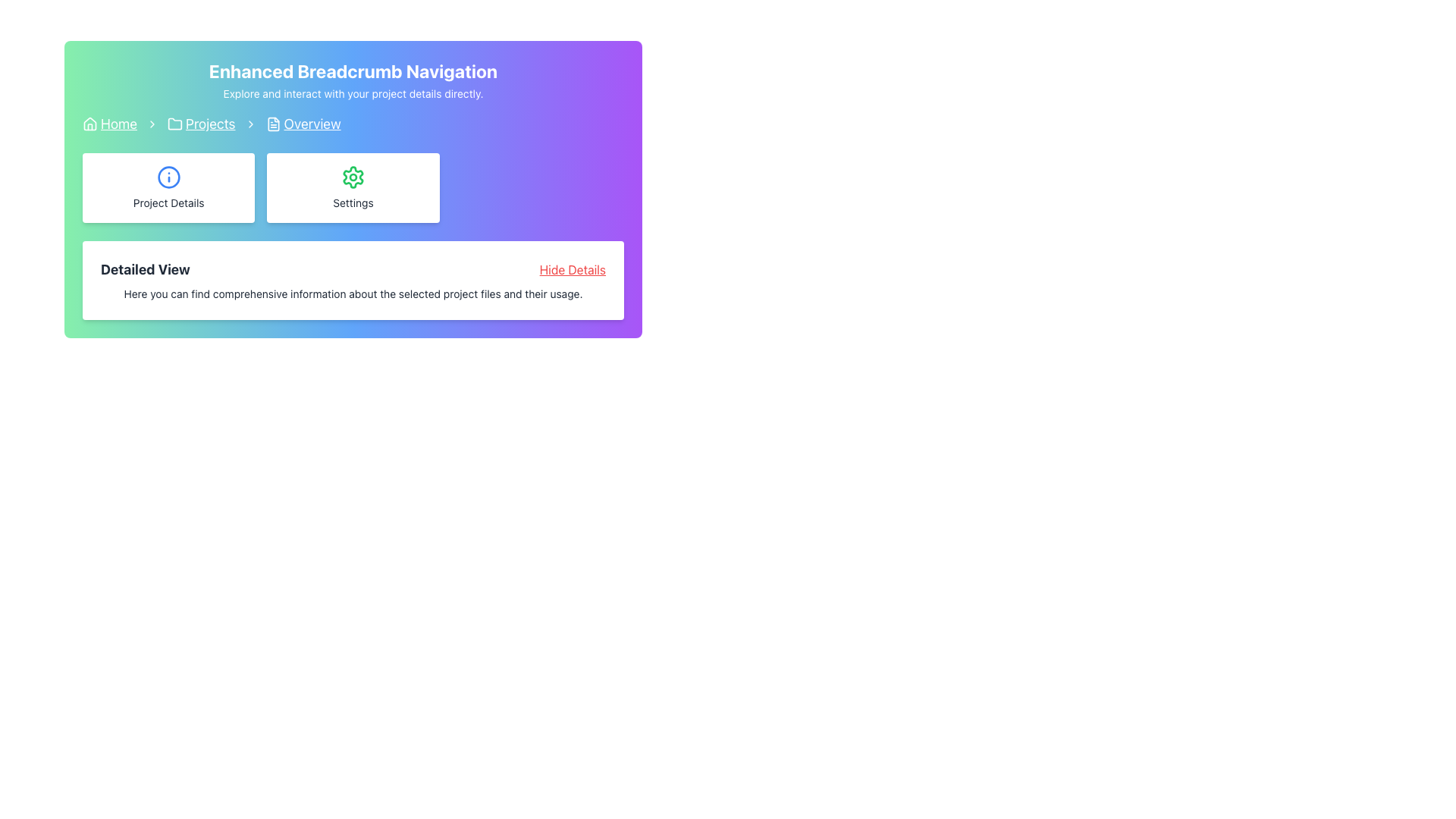  Describe the element at coordinates (174, 122) in the screenshot. I see `'Projects' icon in the breadcrumb navigation, which is positioned between the 'Home' and 'Projects' labels` at that location.